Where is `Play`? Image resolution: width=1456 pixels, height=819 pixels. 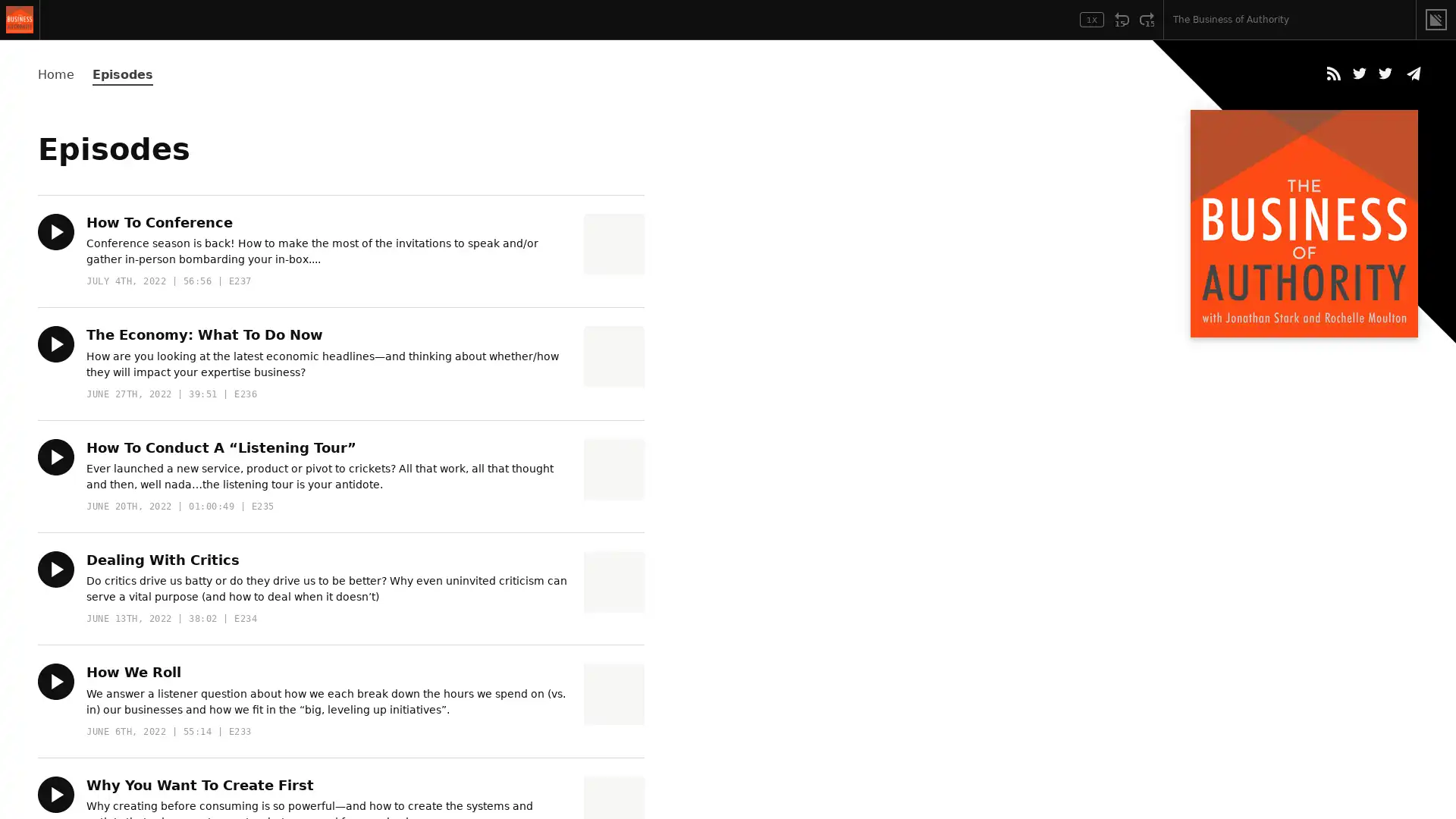 Play is located at coordinates (55, 792).